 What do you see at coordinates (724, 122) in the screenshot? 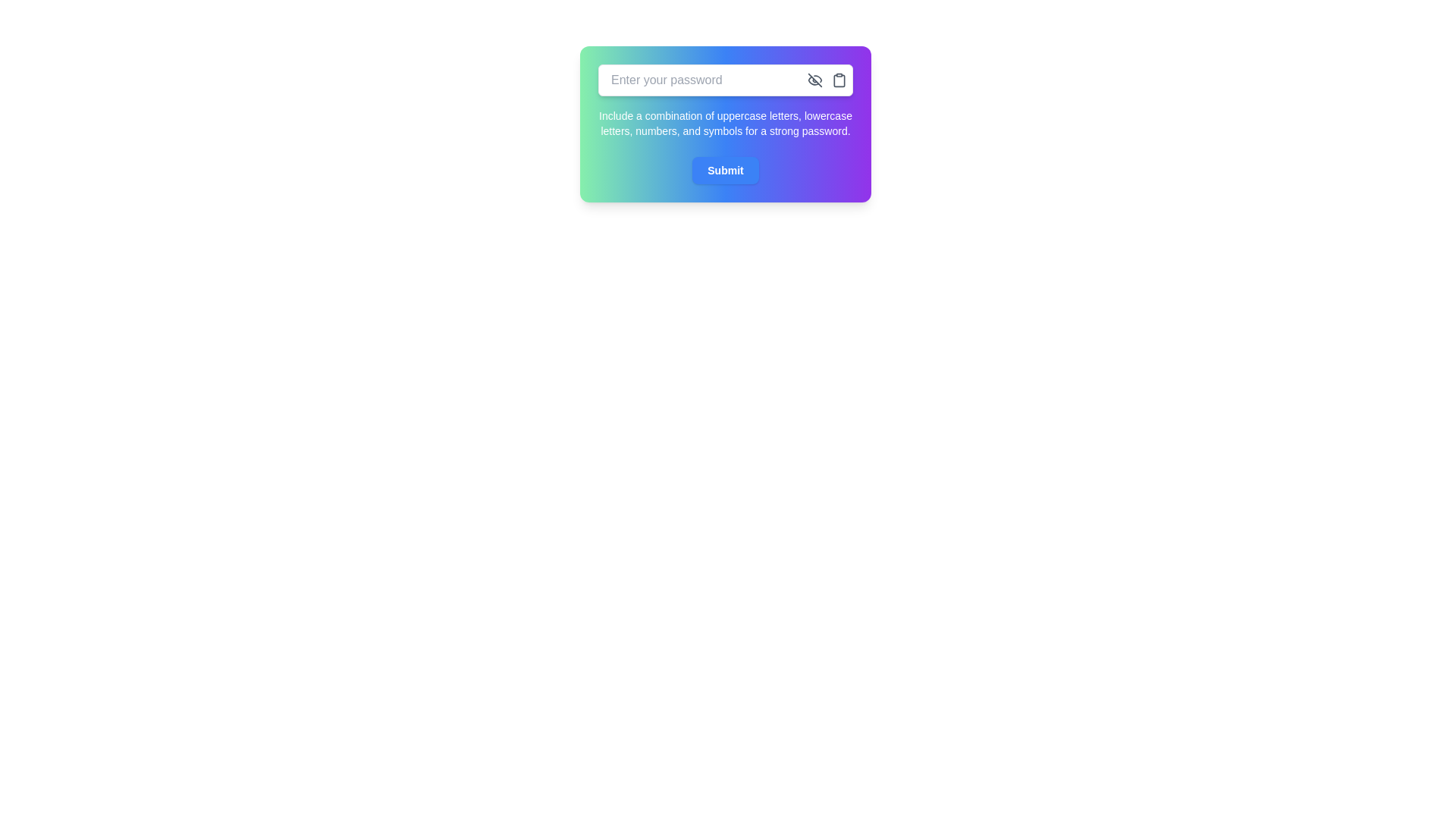
I see `the informational text which is a small white font paragraph against a colorful gradient background, located below the password input field and above the 'Submit' button` at bounding box center [724, 122].